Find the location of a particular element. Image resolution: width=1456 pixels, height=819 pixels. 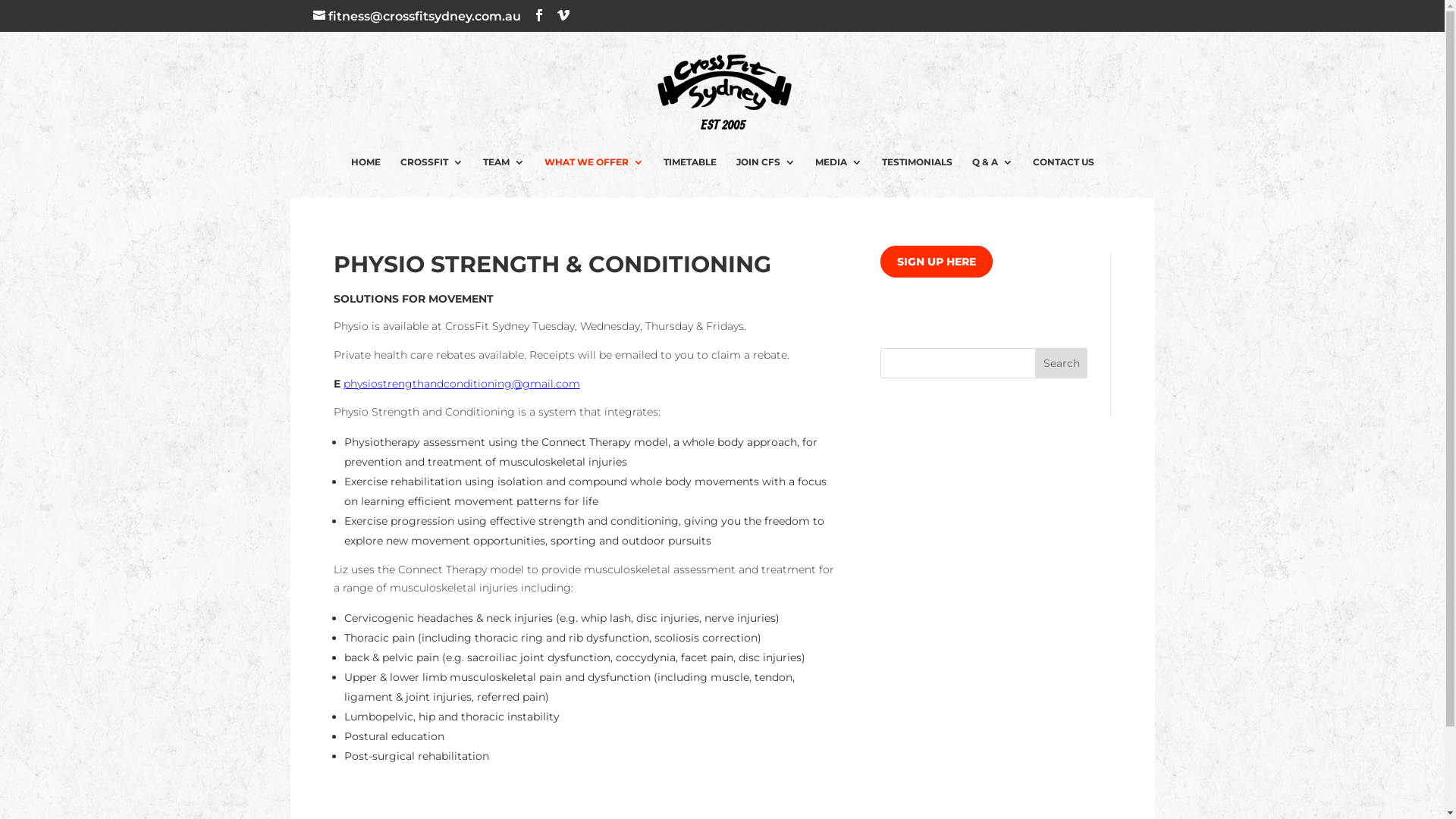

'SIGN UP HERE' is located at coordinates (935, 260).